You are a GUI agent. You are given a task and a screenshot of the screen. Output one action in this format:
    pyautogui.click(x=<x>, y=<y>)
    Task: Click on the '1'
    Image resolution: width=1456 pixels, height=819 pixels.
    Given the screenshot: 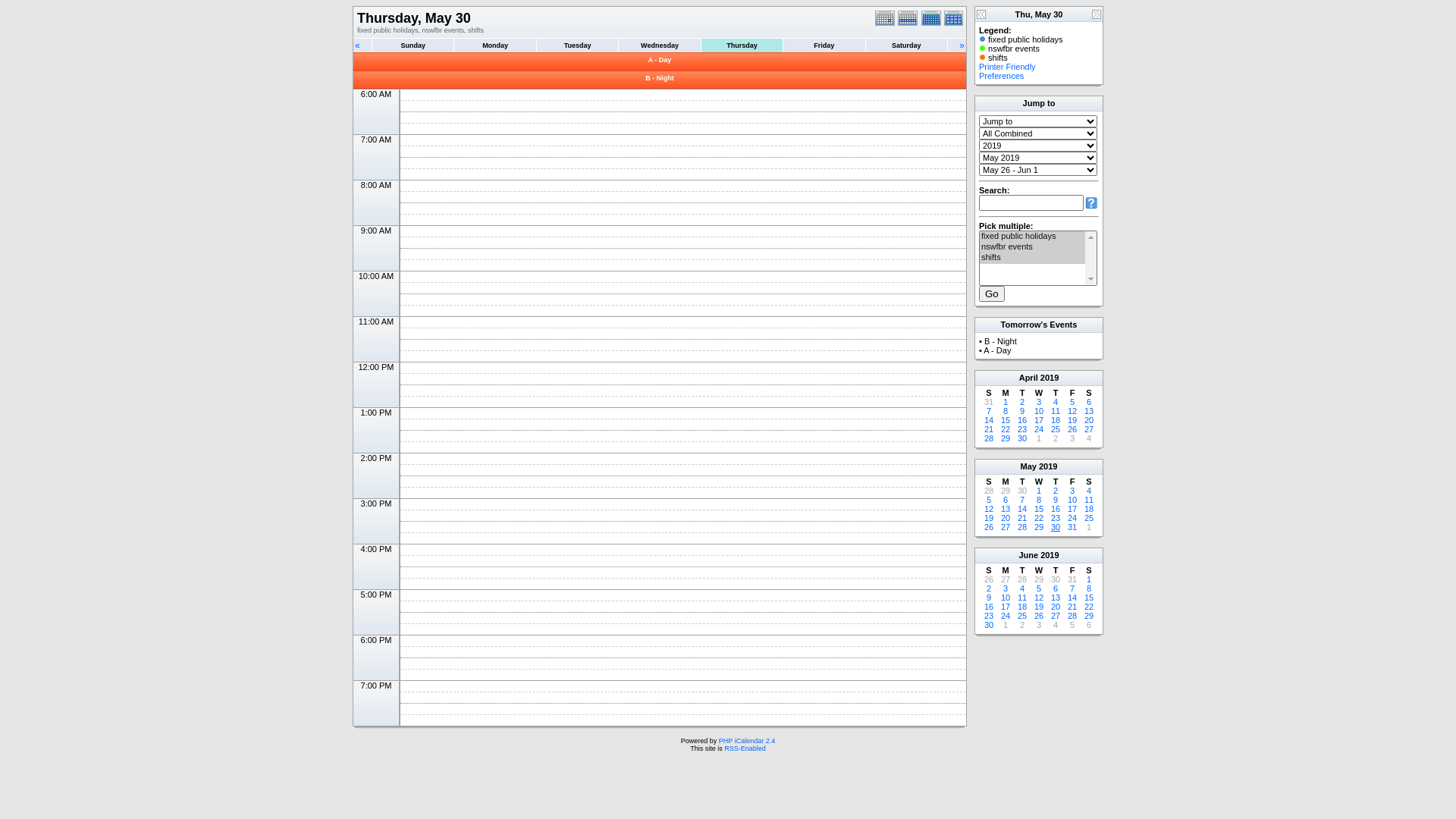 What is the action you would take?
    pyautogui.click(x=1005, y=400)
    